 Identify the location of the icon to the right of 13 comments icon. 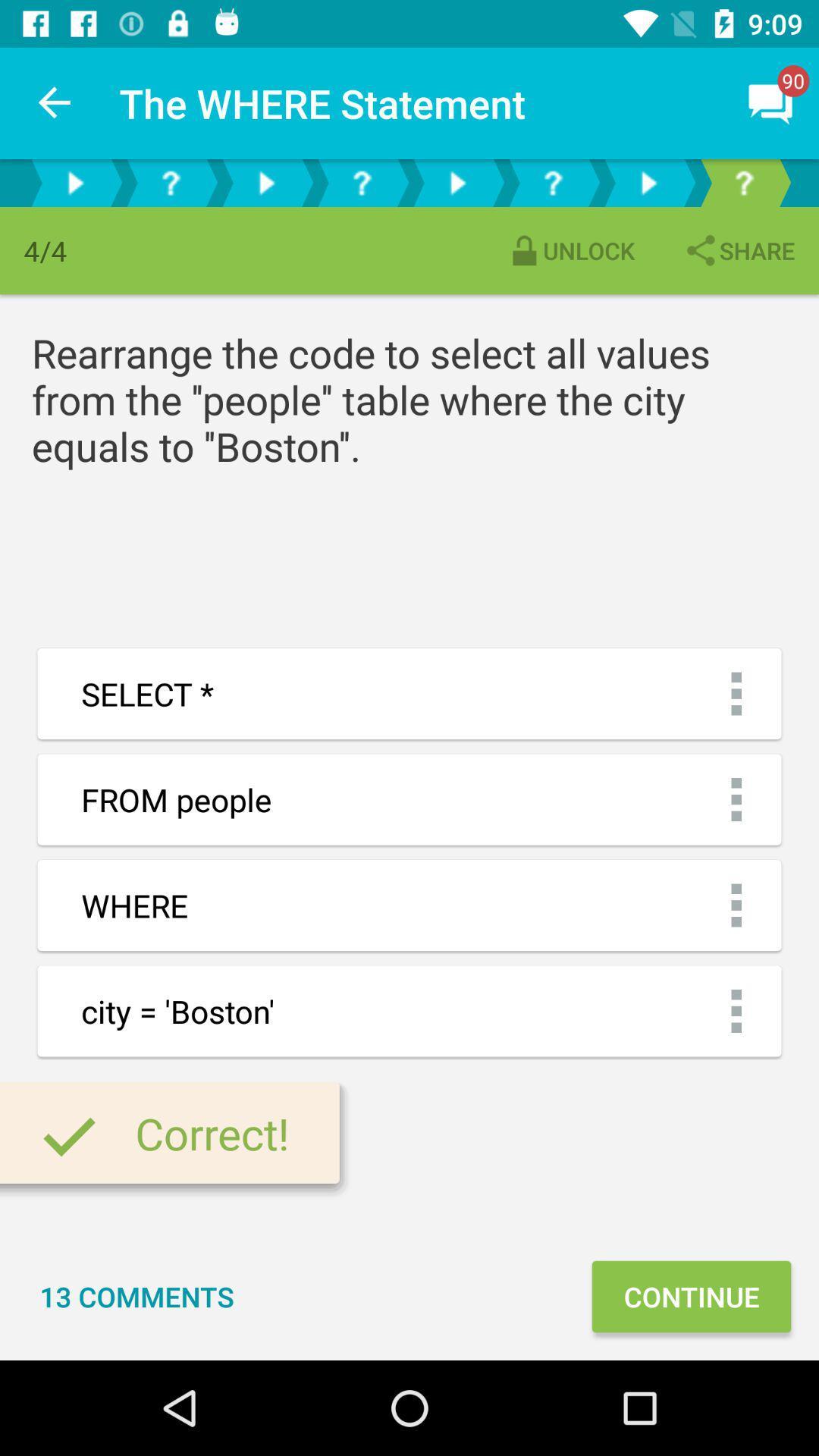
(691, 1295).